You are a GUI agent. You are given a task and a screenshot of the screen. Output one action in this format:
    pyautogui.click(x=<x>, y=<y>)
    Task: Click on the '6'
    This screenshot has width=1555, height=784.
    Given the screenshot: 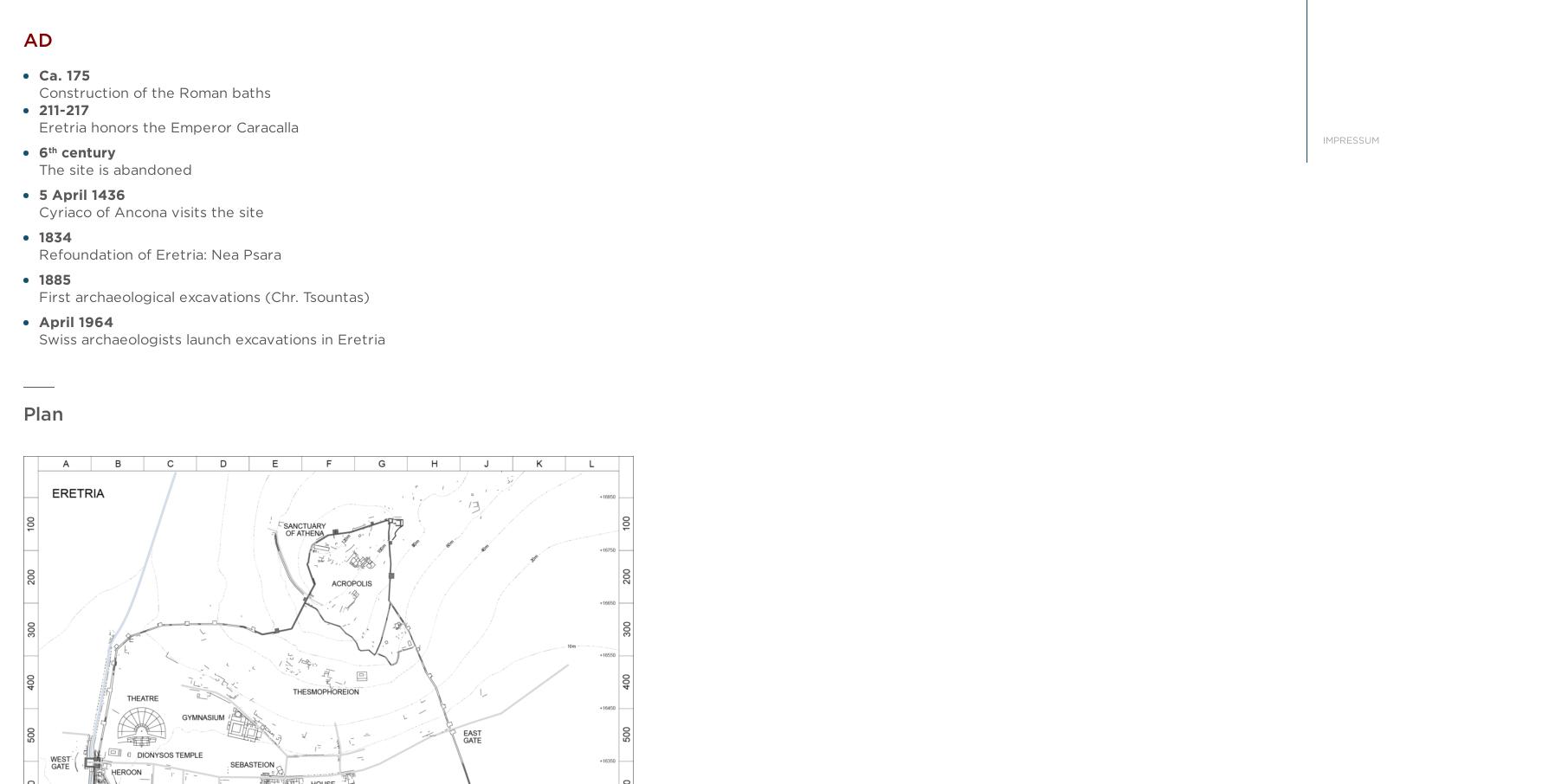 What is the action you would take?
    pyautogui.click(x=42, y=152)
    